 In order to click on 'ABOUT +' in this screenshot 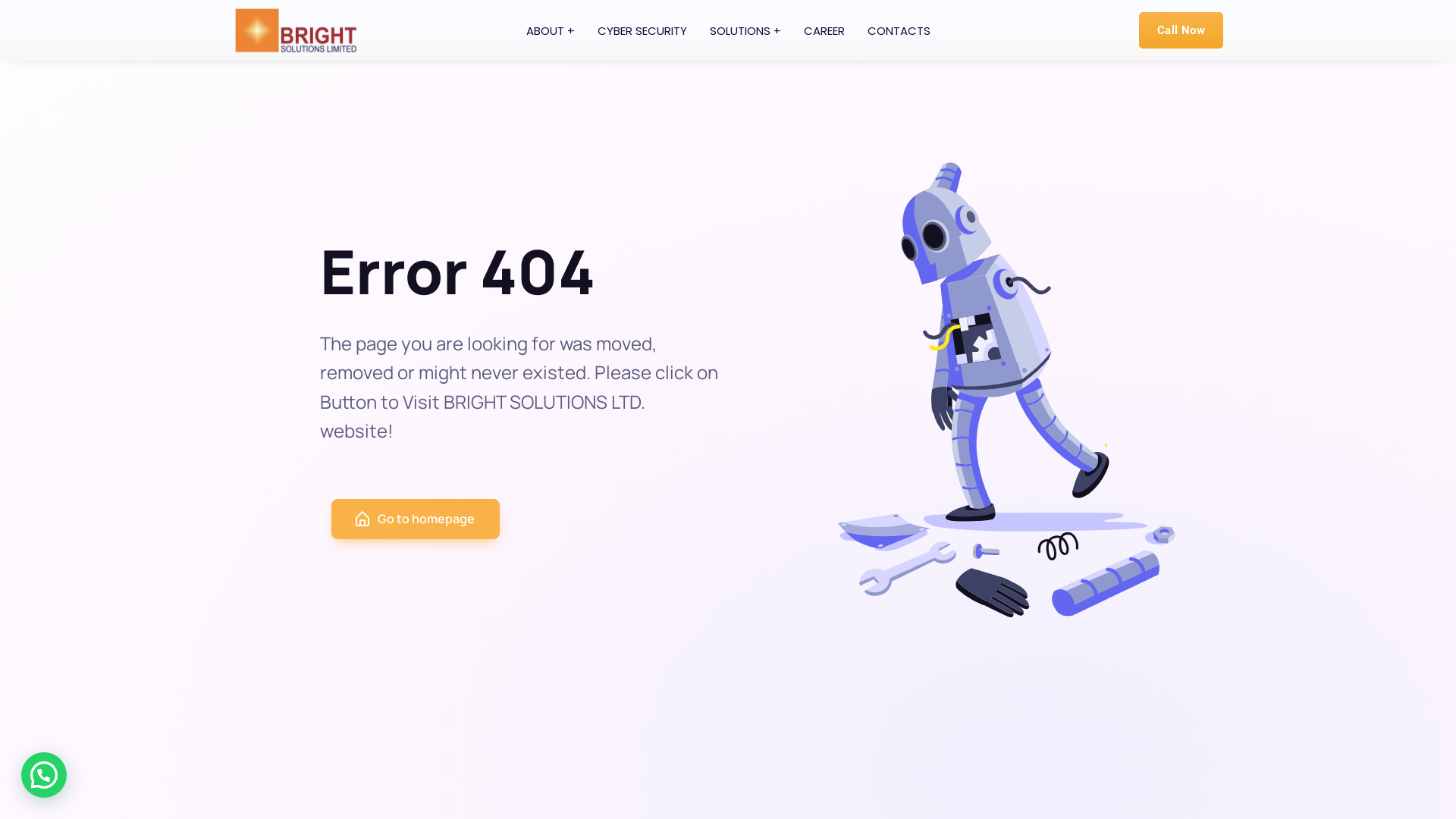, I will do `click(548, 30)`.